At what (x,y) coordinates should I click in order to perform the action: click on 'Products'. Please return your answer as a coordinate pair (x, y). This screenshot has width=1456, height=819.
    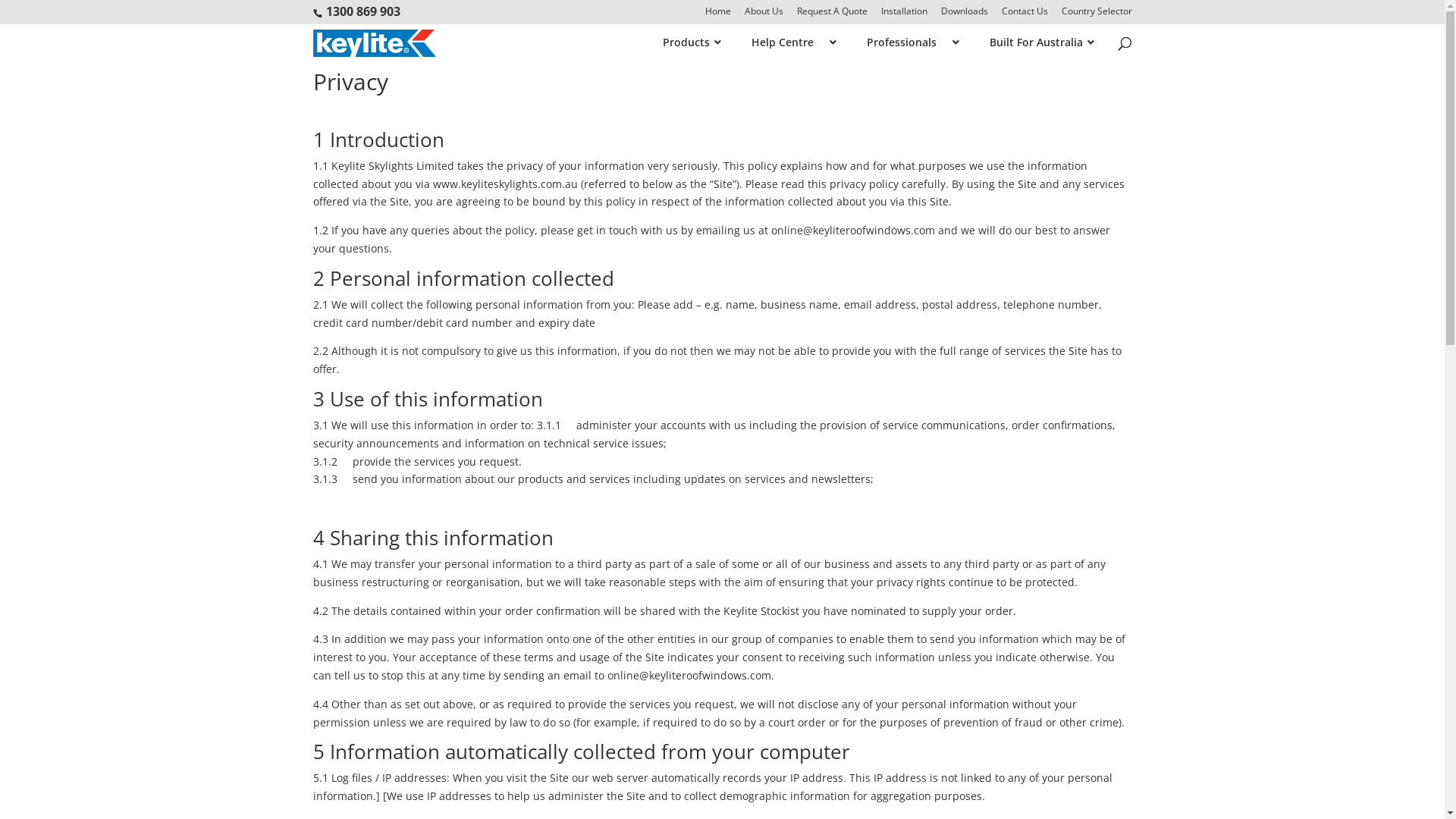
    Looking at the image, I should click on (683, 42).